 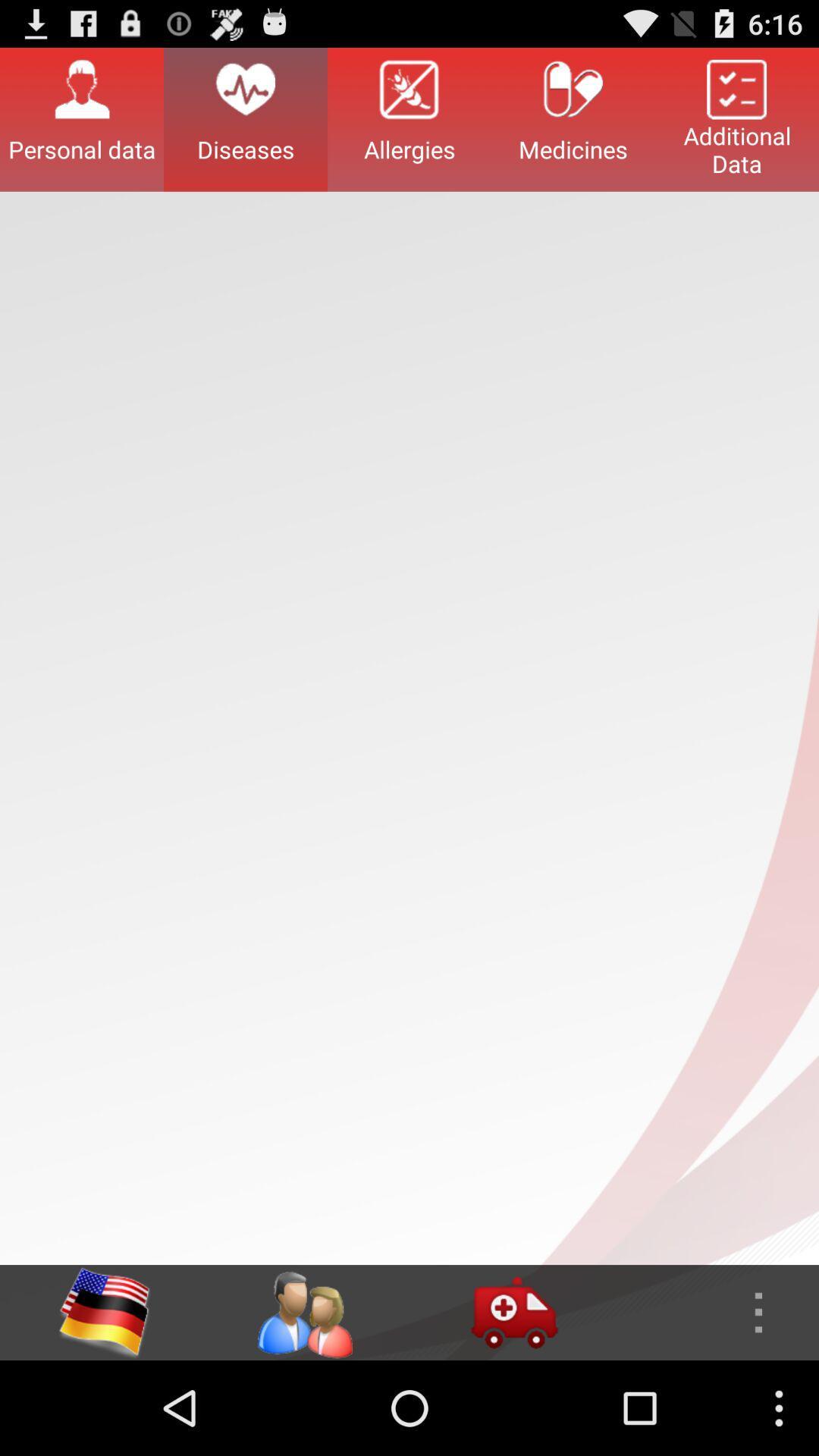 I want to click on item below the allergies icon, so click(x=513, y=1312).